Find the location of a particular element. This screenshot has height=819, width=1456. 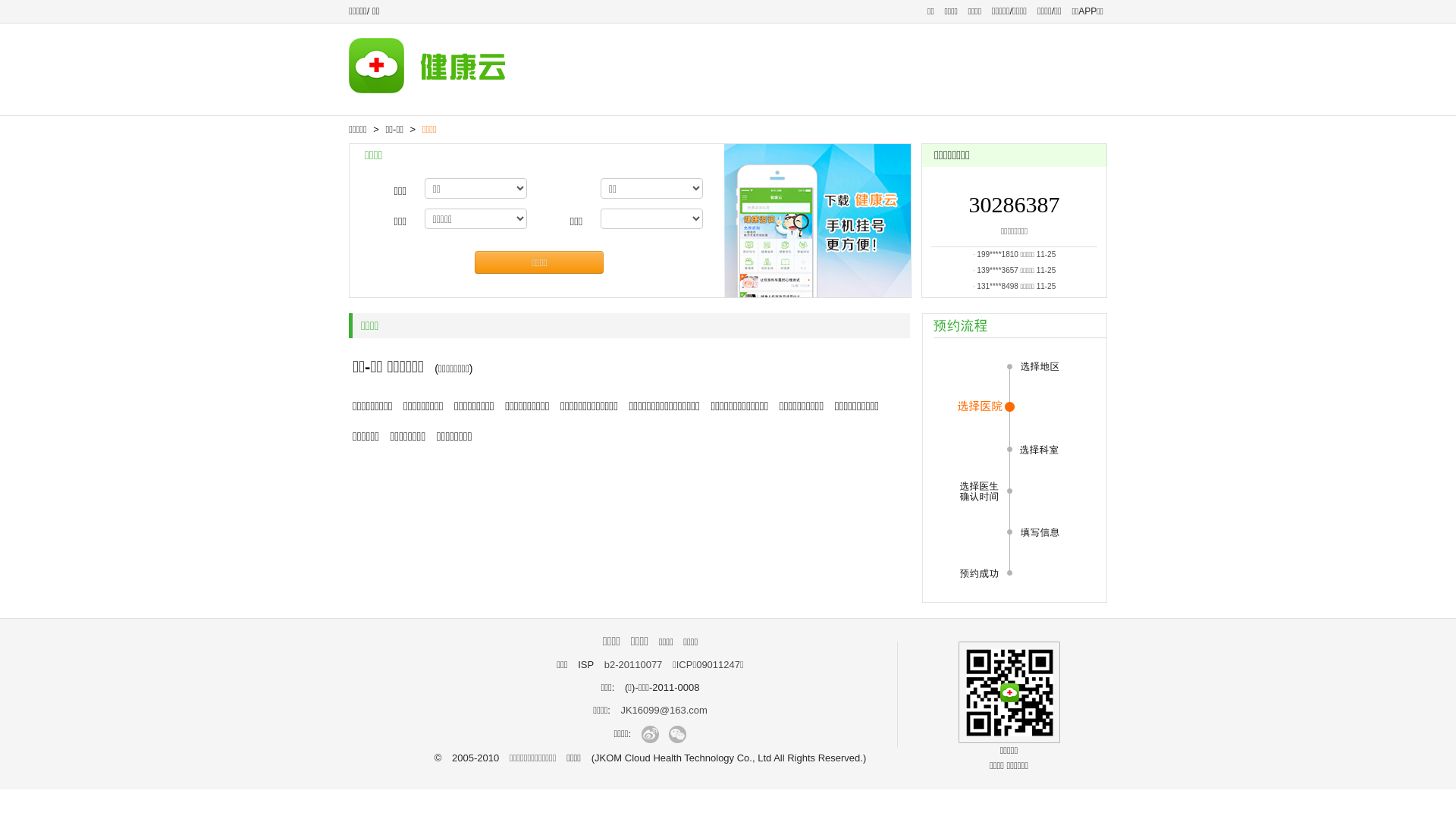

'b2-20110077' is located at coordinates (633, 664).